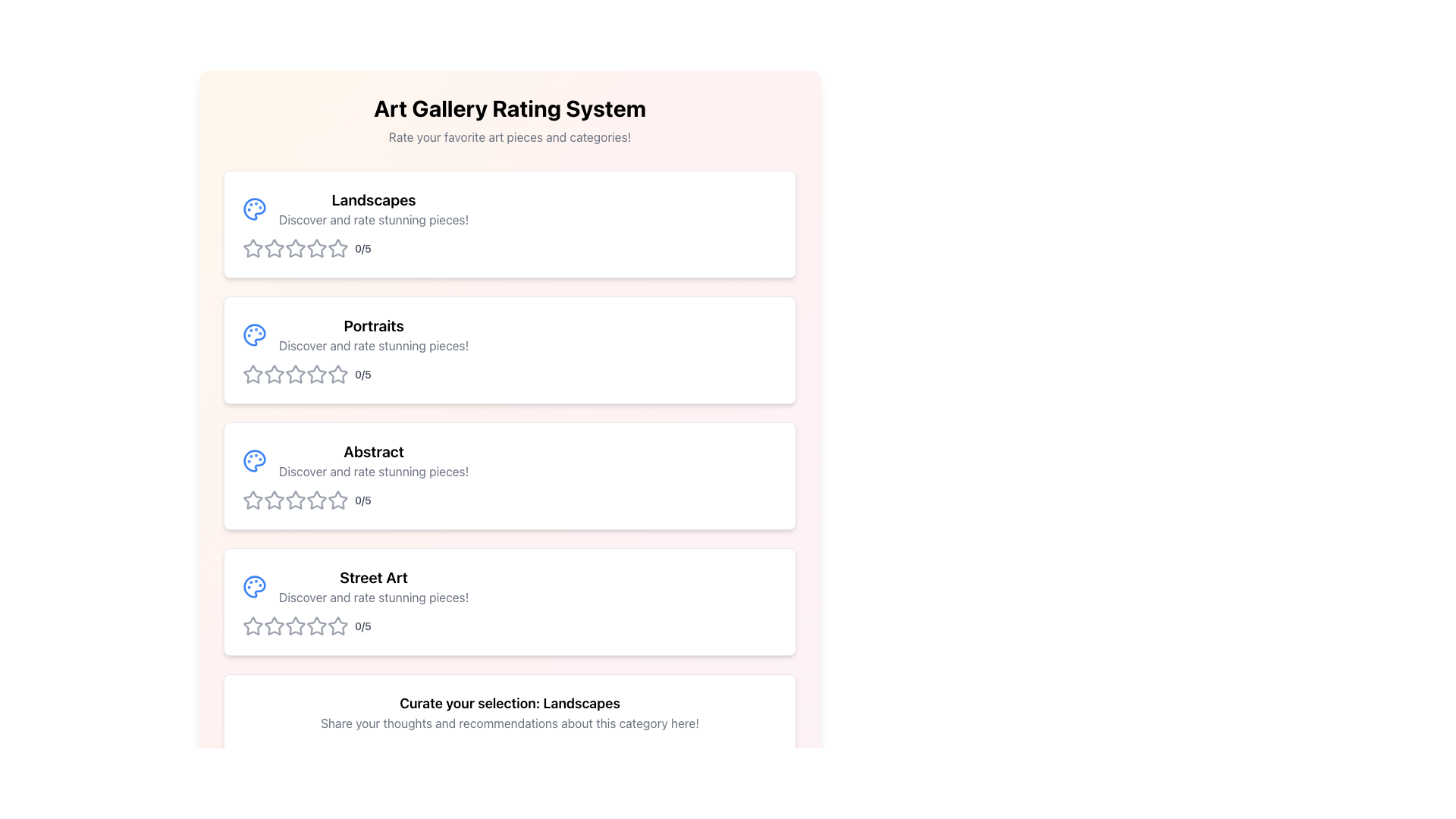 The width and height of the screenshot is (1456, 819). What do you see at coordinates (337, 247) in the screenshot?
I see `the second star icon in the rating system under the 'Landscapes' section` at bounding box center [337, 247].